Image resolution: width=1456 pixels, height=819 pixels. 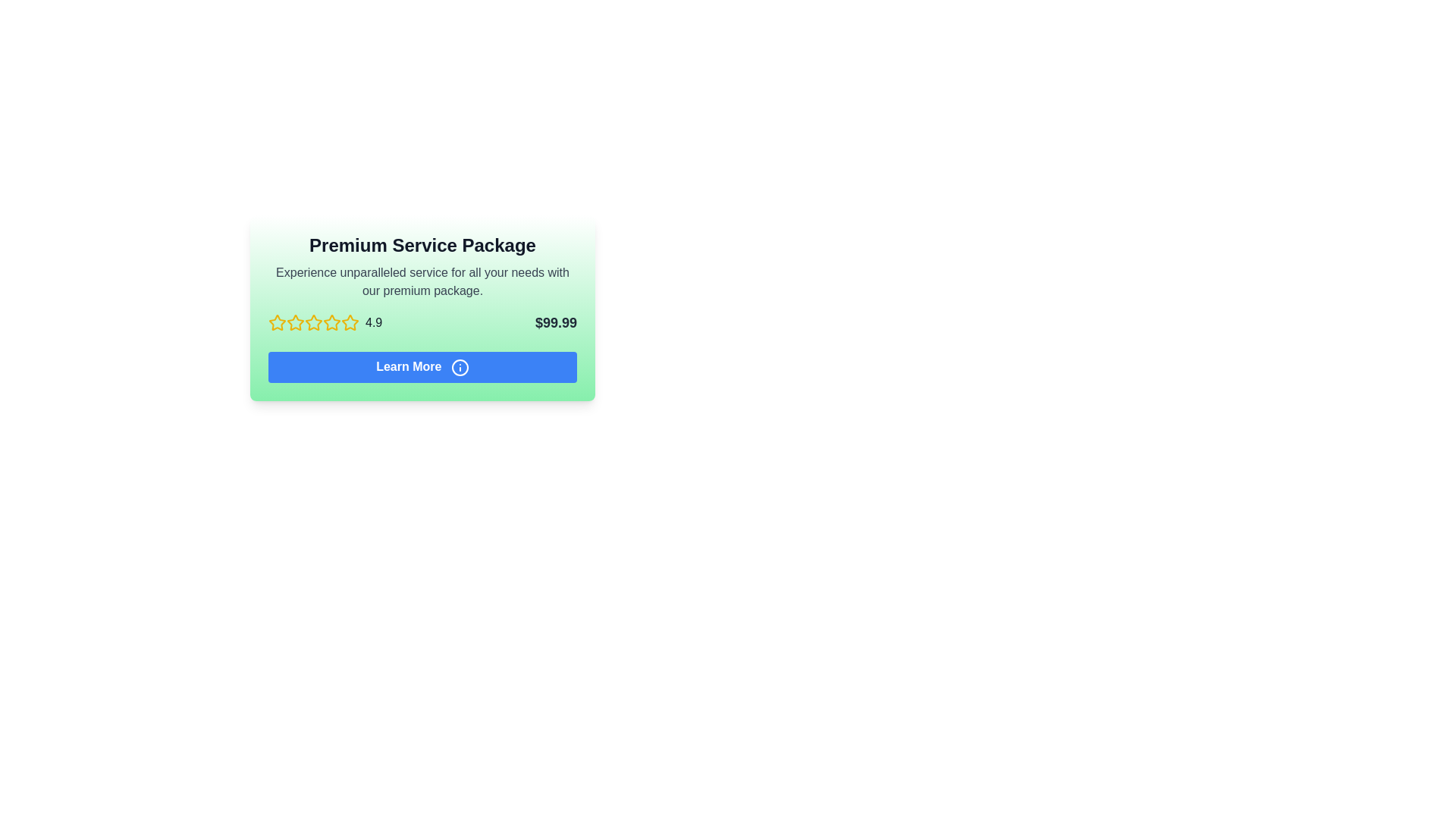 I want to click on circular icon with a thin border and interior elements located to the right of the 'Learn More' text in the blue button, so click(x=459, y=367).